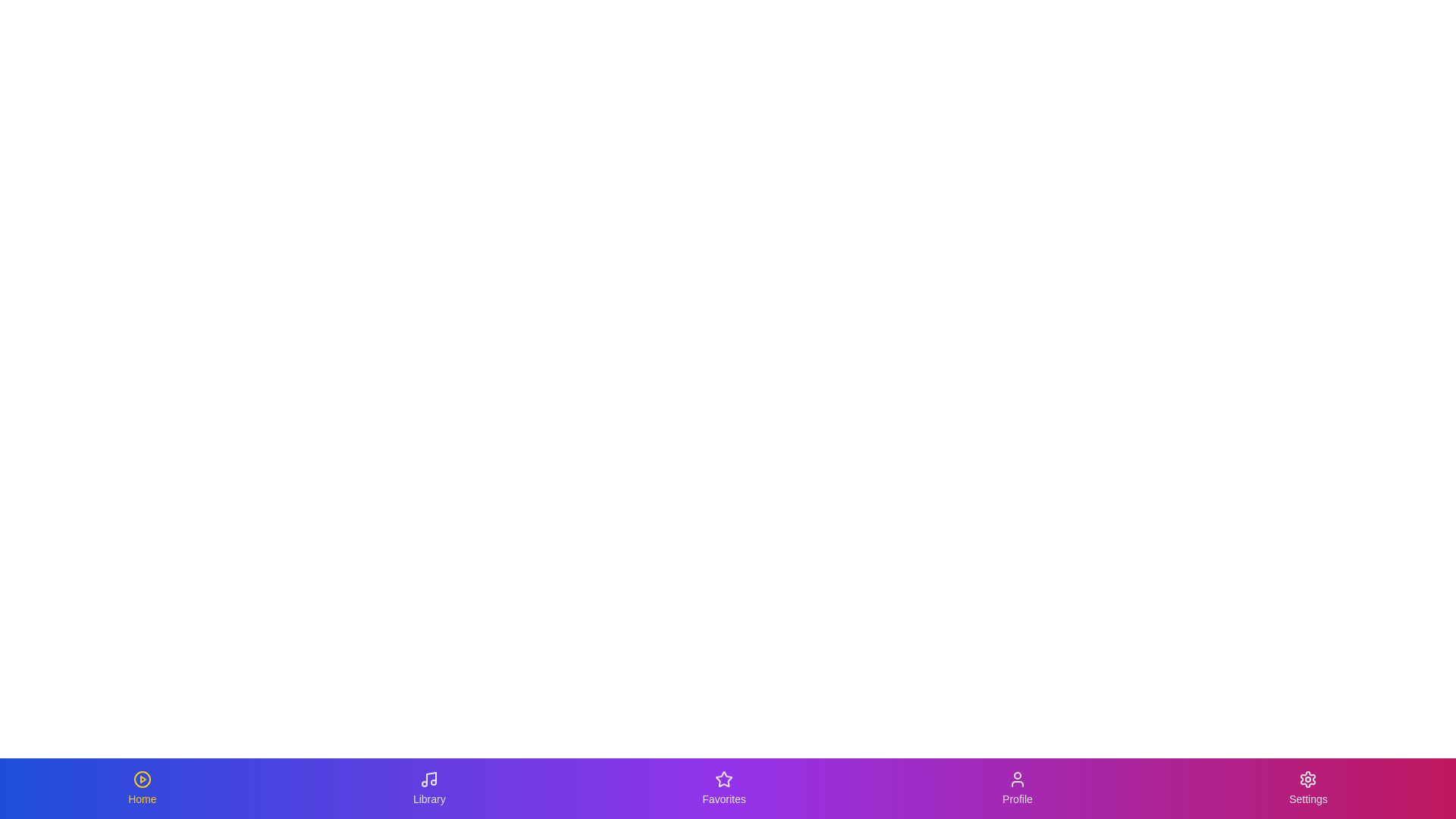  What do you see at coordinates (428, 788) in the screenshot?
I see `the tab labeled Library to observe its animation` at bounding box center [428, 788].